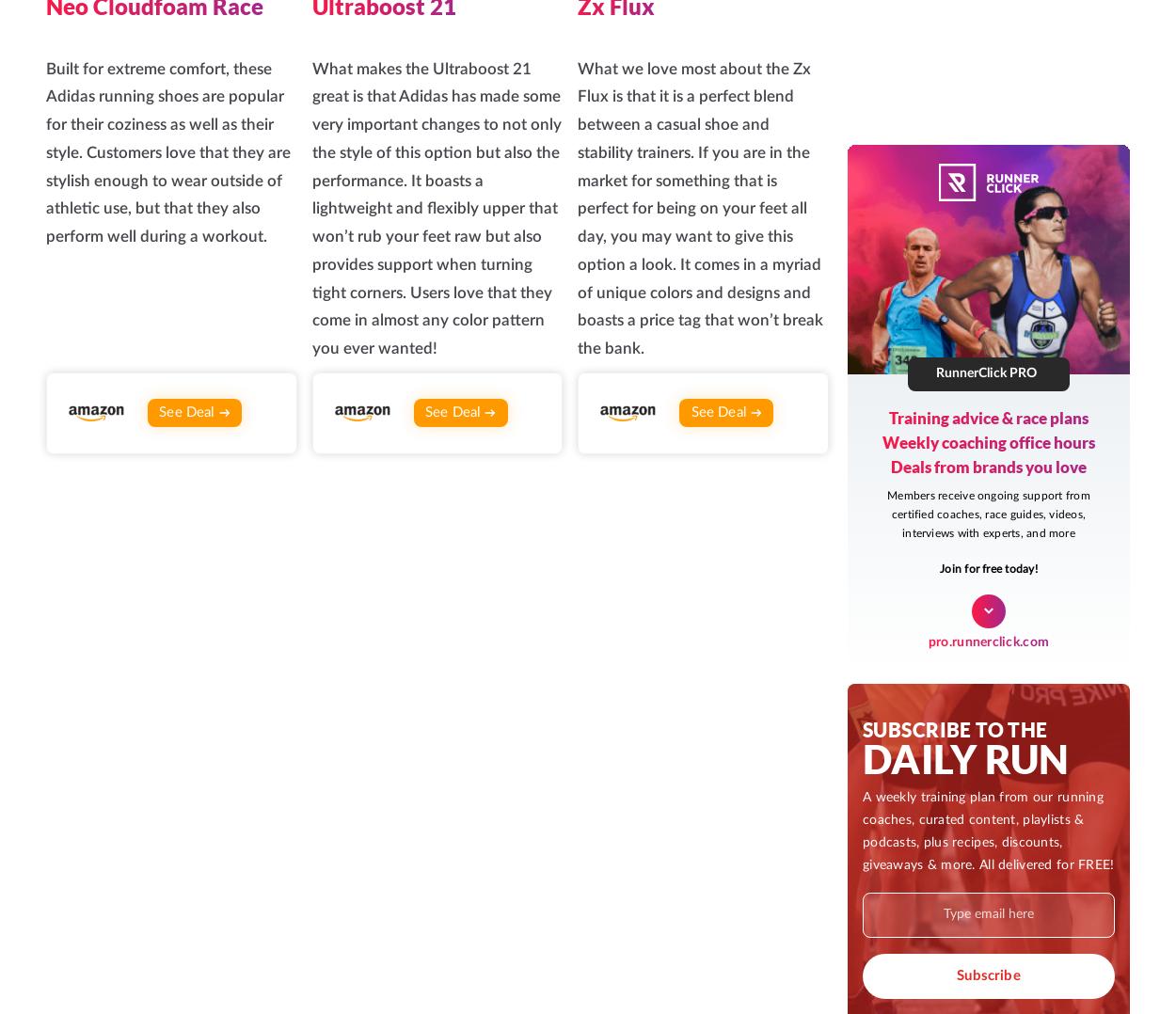 This screenshot has width=1176, height=1014. What do you see at coordinates (945, 709) in the screenshot?
I see `'RunnerClick is reader-supported. We may earn a commission after clicking links on the site before making a purchase. Thank you
for joining us on our mission to help runners reach their goals.'` at bounding box center [945, 709].